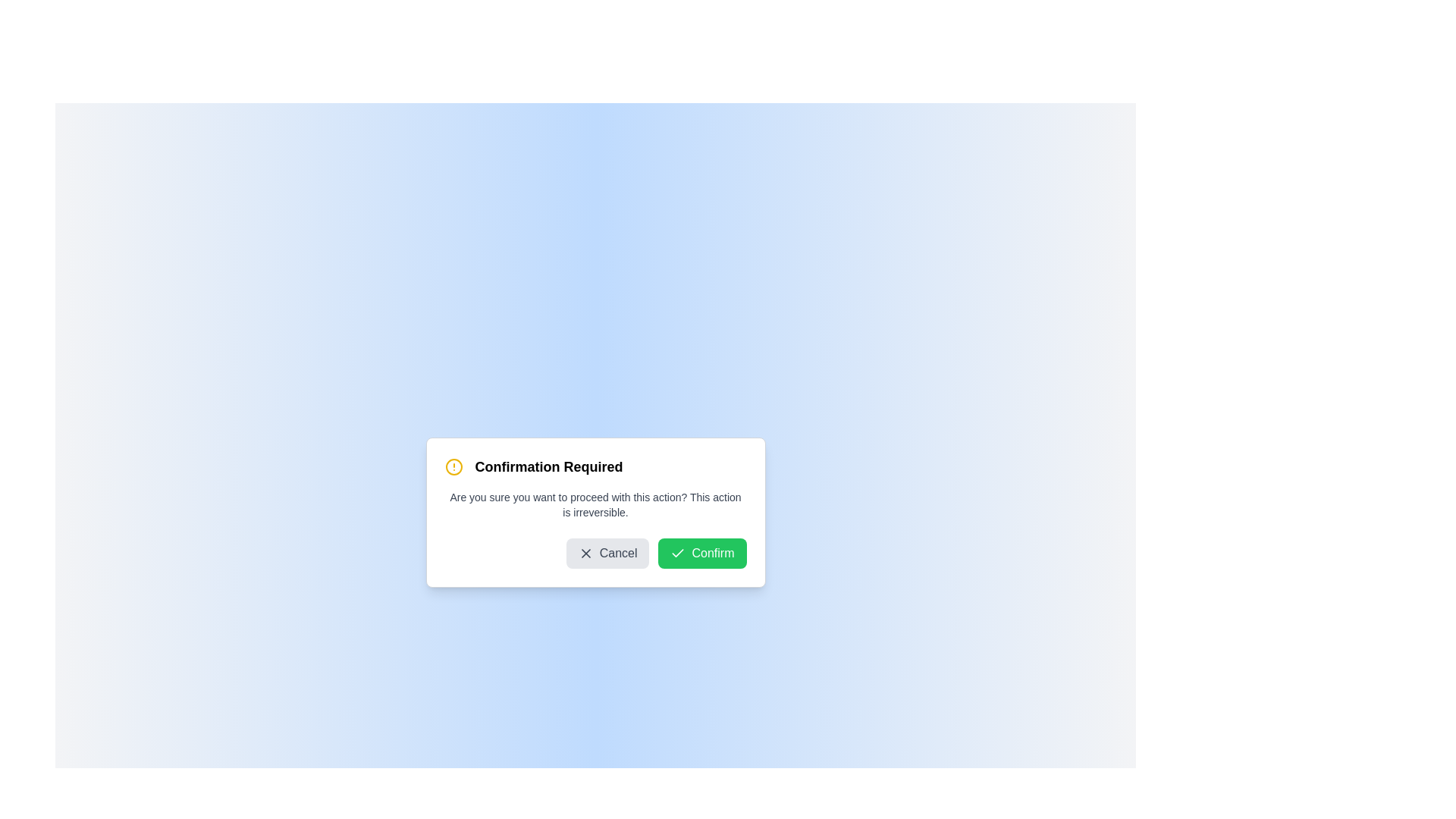 This screenshot has width=1456, height=819. What do you see at coordinates (701, 553) in the screenshot?
I see `the 'Confirm' button with a green background and white text that reads 'Confirm' to confirm the action` at bounding box center [701, 553].